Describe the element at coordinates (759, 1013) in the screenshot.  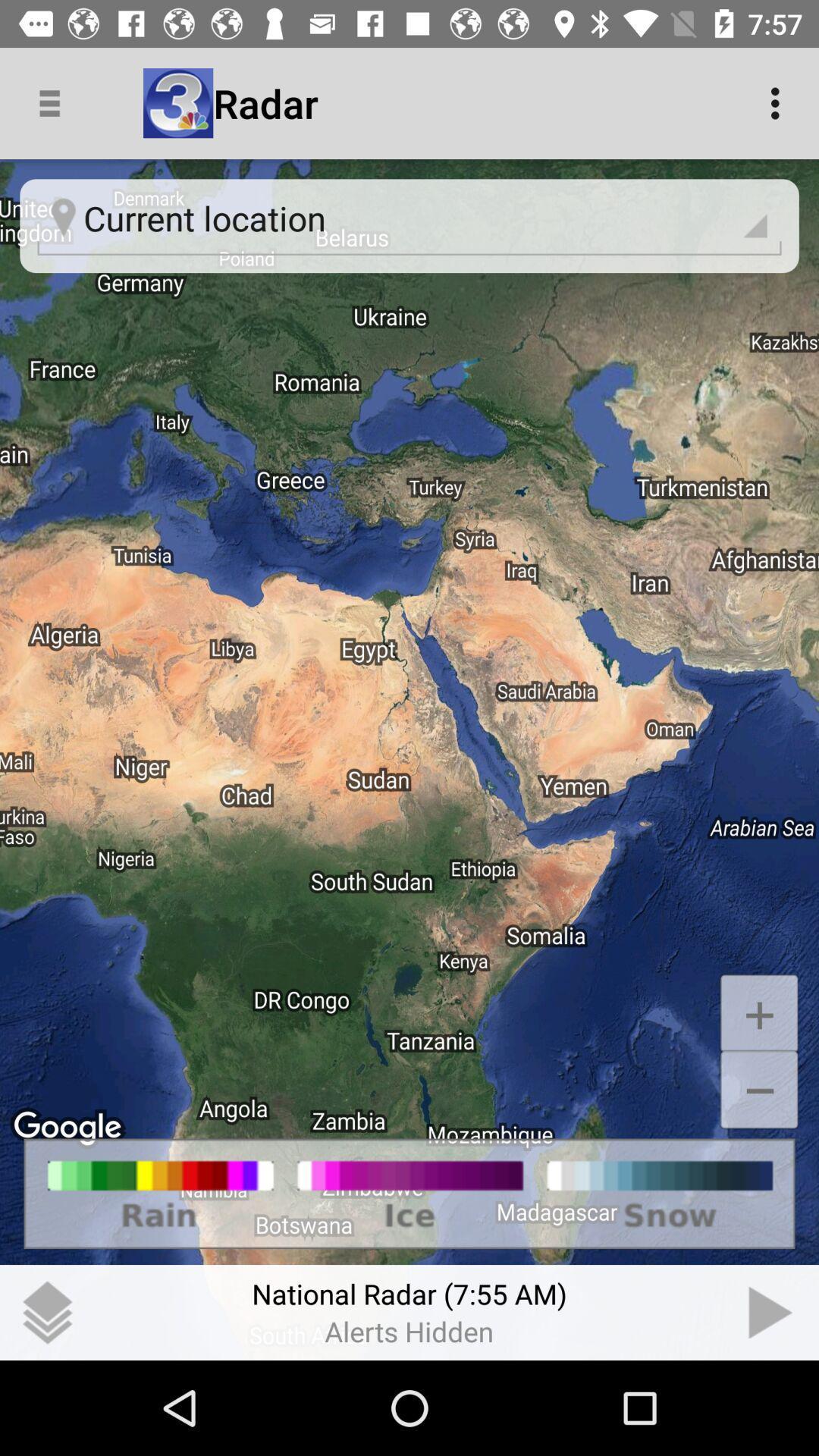
I see `+ icon` at that location.